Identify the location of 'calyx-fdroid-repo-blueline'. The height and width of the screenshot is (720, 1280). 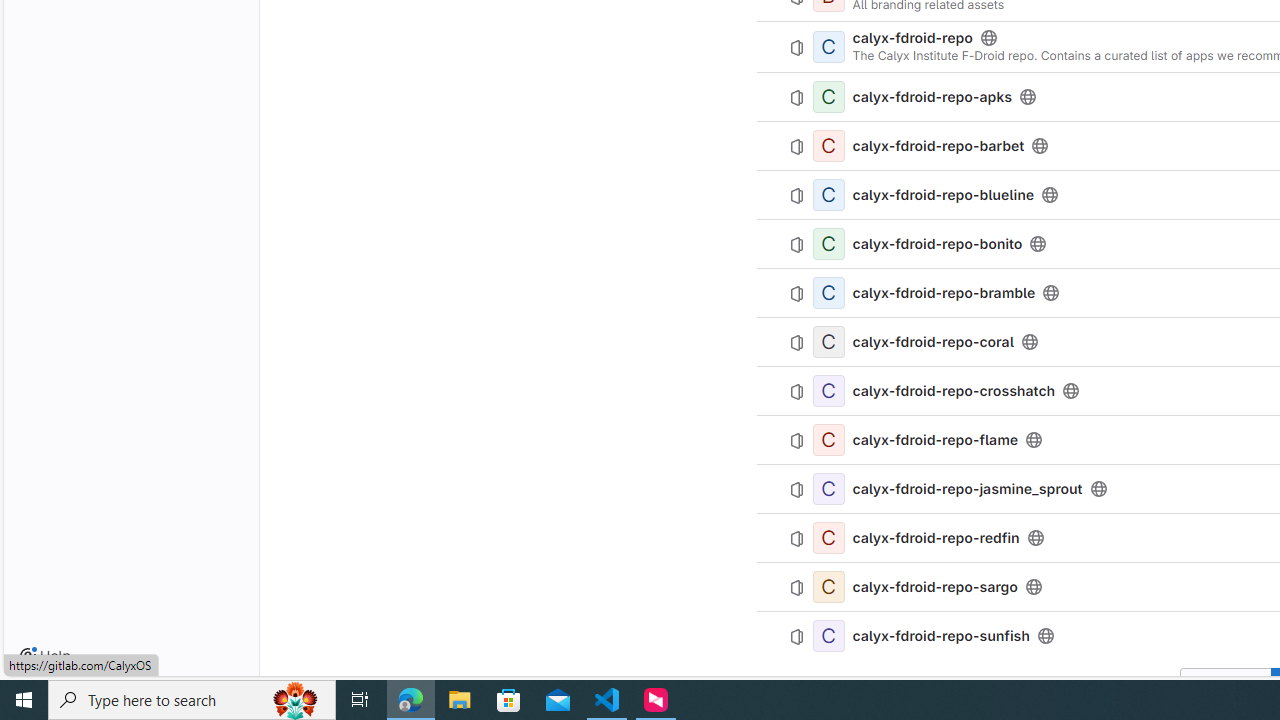
(943, 195).